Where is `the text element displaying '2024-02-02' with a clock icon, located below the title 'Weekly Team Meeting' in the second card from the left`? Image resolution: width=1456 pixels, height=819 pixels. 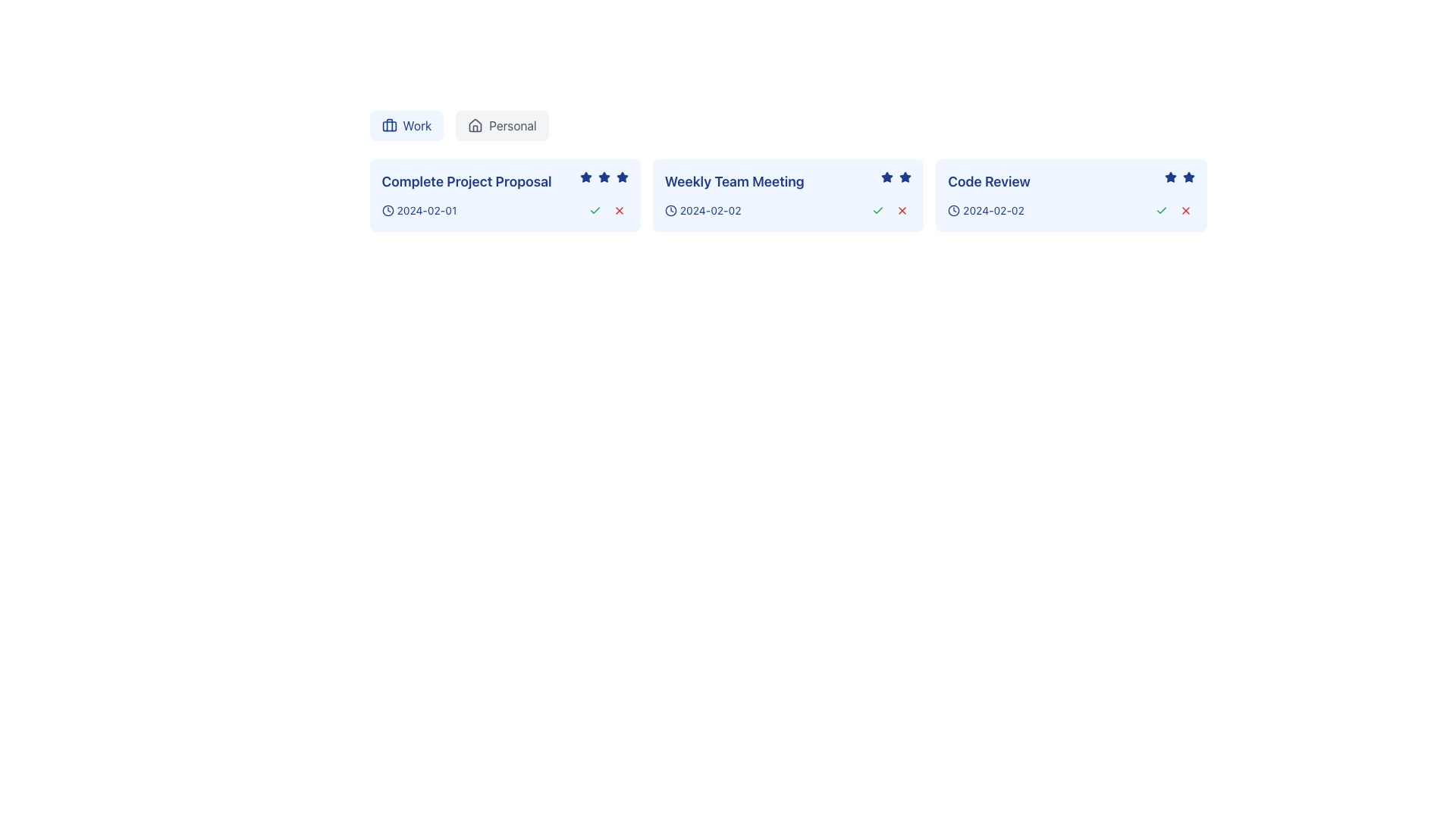
the text element displaying '2024-02-02' with a clock icon, located below the title 'Weekly Team Meeting' in the second card from the left is located at coordinates (702, 210).